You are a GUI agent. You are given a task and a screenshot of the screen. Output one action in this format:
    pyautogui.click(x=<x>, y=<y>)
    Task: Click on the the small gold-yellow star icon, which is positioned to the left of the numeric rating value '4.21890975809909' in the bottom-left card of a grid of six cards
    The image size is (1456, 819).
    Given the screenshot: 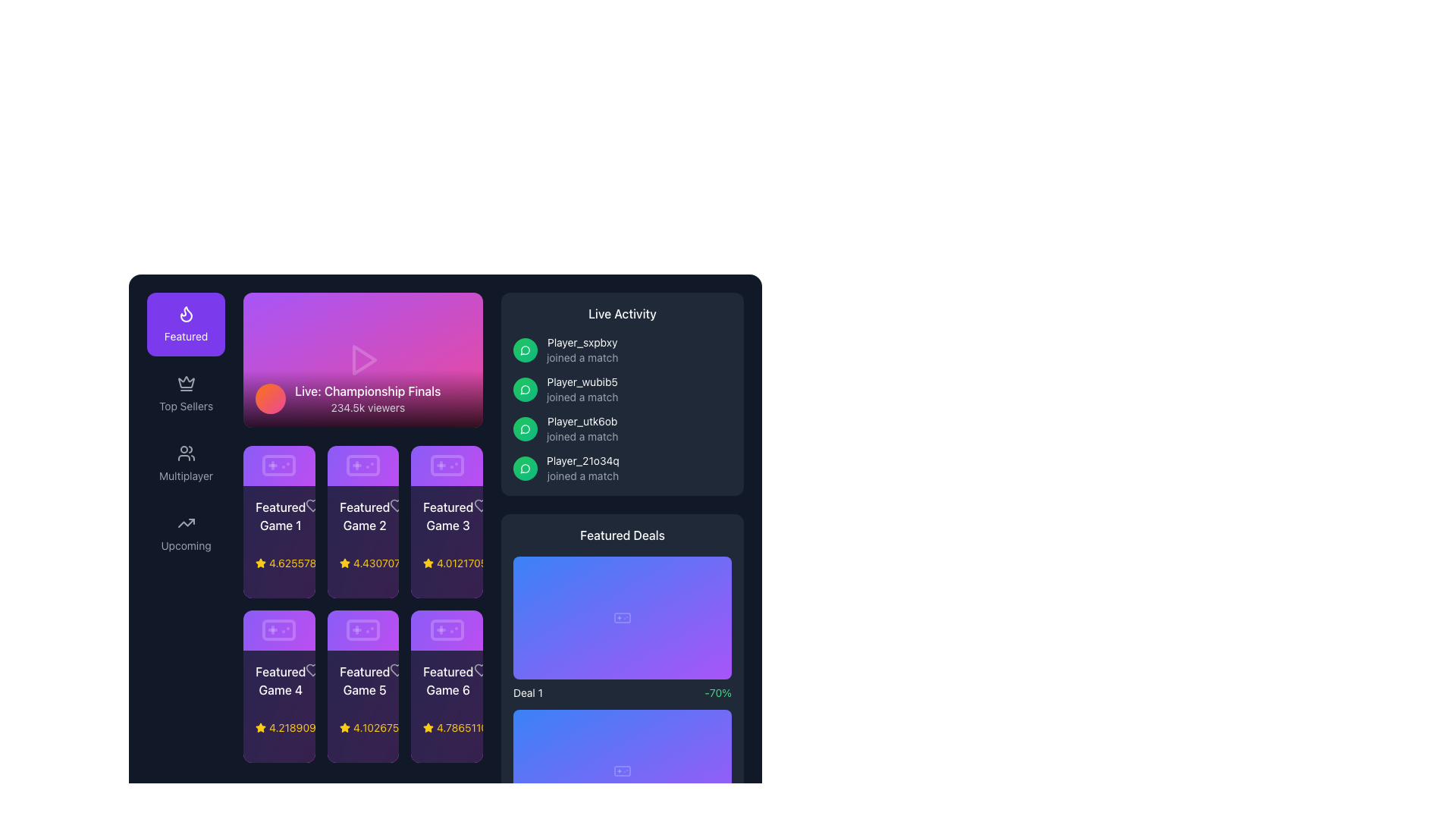 What is the action you would take?
    pyautogui.click(x=261, y=727)
    